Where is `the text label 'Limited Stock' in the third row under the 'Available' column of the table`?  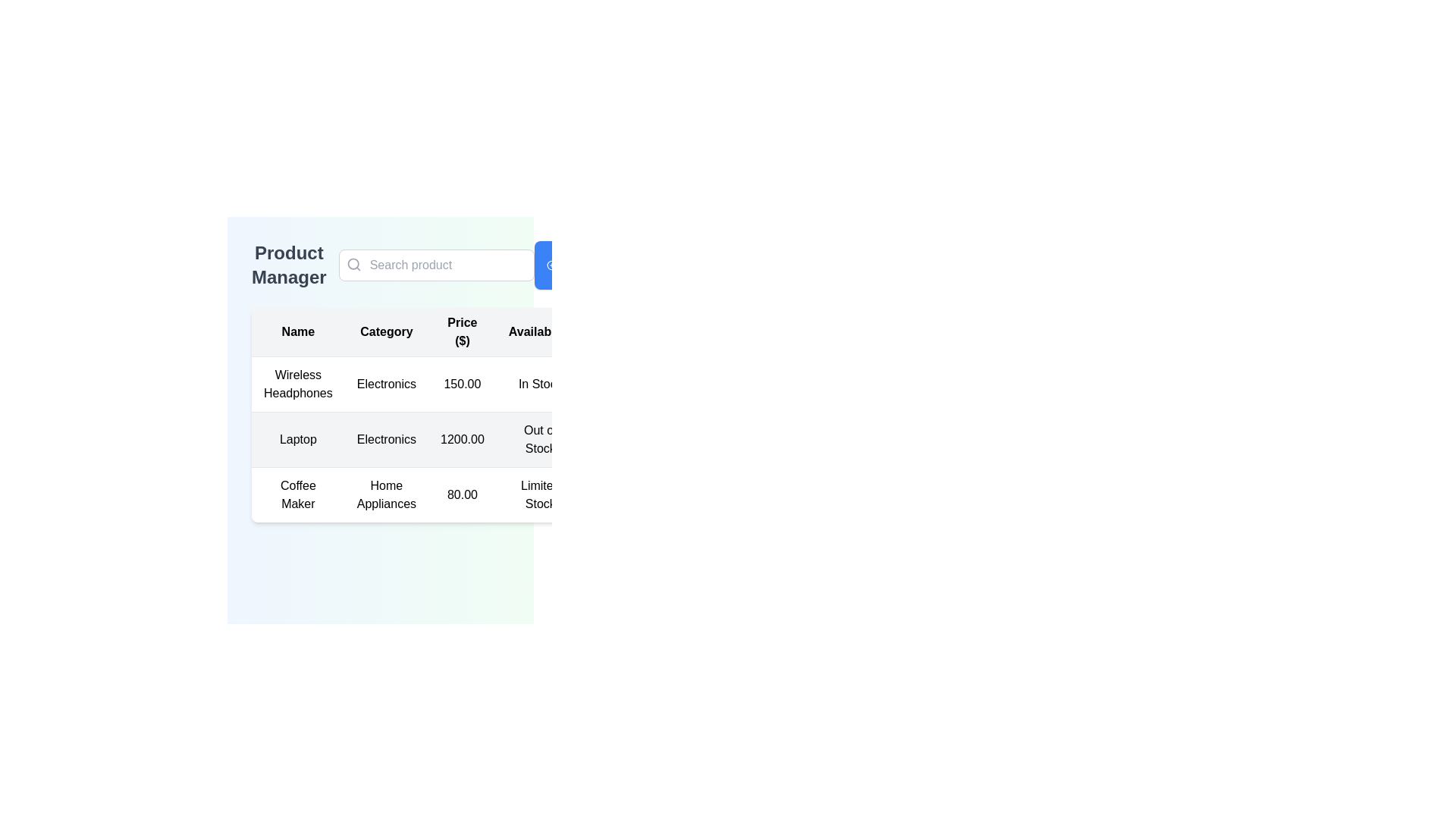 the text label 'Limited Stock' in the third row under the 'Available' column of the table is located at coordinates (540, 494).